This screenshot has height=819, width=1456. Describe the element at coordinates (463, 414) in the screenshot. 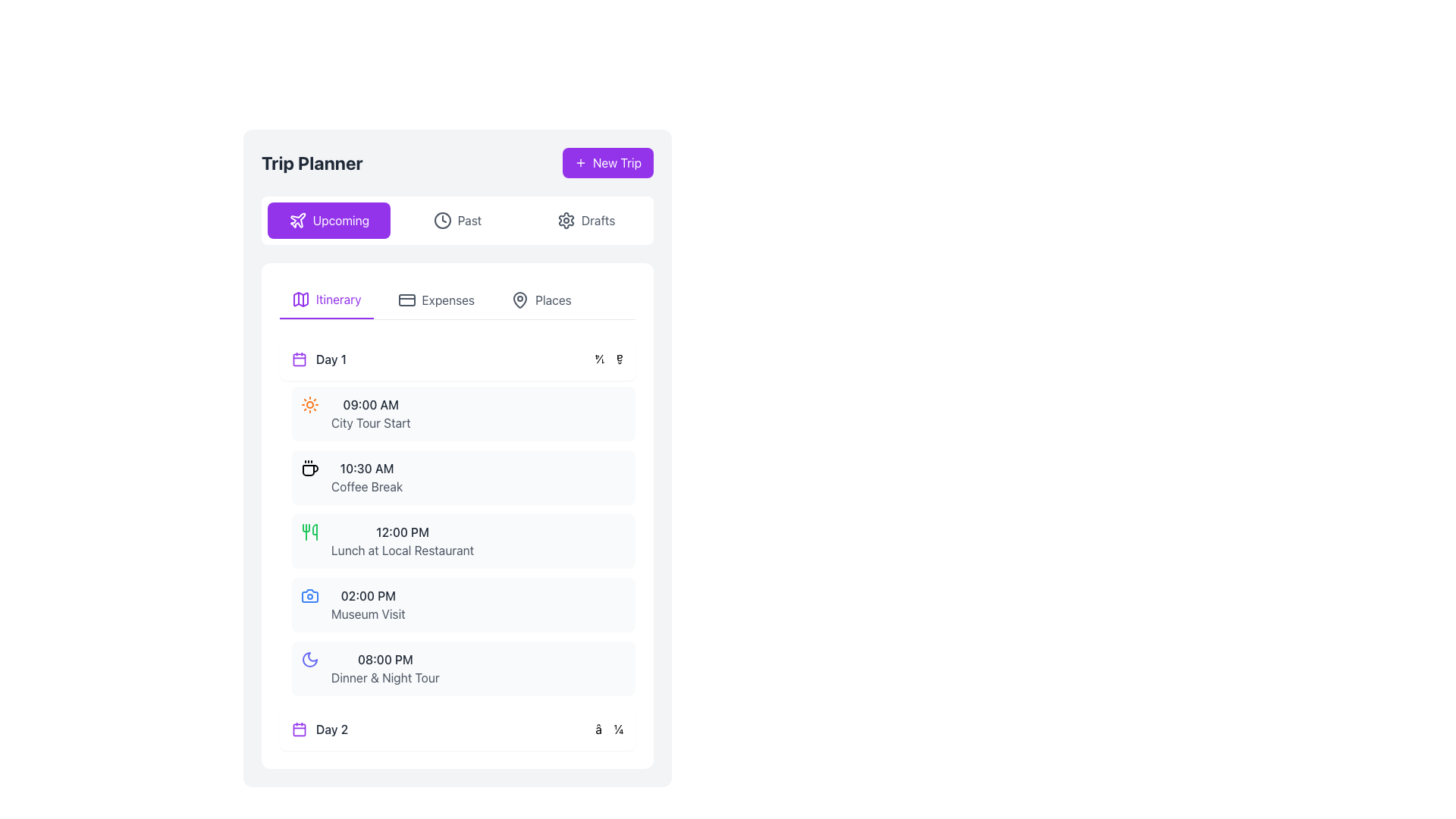

I see `the first card in the 'Day 1' section of the itinerary that indicates a city tour event starting at 09:00 AM, located below the violet-highlighted 'Upcoming' tab in the 'Trip Planner' interface` at that location.